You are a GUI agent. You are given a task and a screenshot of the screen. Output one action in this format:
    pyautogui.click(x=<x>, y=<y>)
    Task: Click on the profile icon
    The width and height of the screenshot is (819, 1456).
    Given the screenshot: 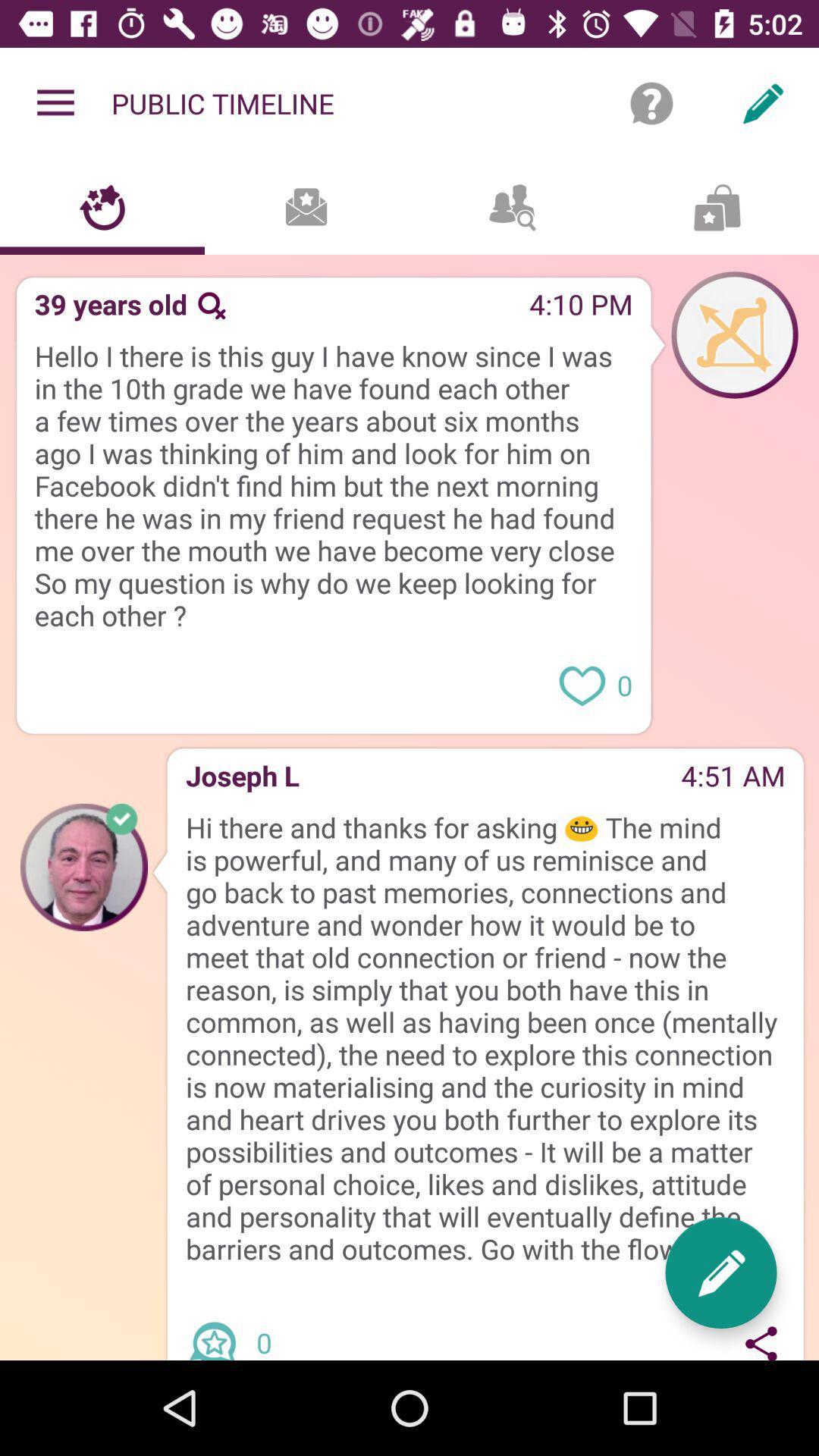 What is the action you would take?
    pyautogui.click(x=733, y=334)
    